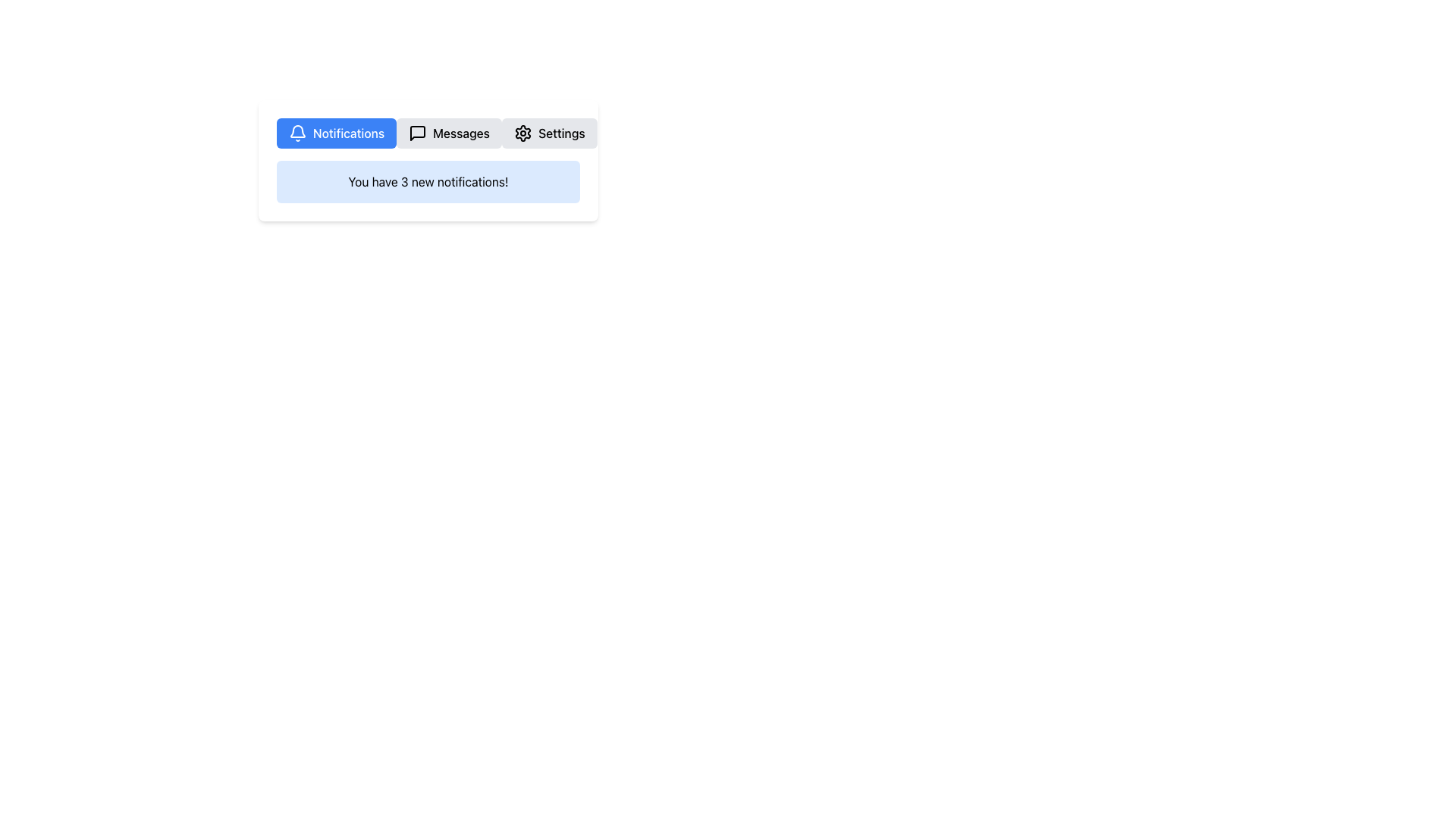  Describe the element at coordinates (428, 180) in the screenshot. I see `the Informational Text element displaying 'You have 3 new notifications!' which is centrally located within a blue-shaded background` at that location.